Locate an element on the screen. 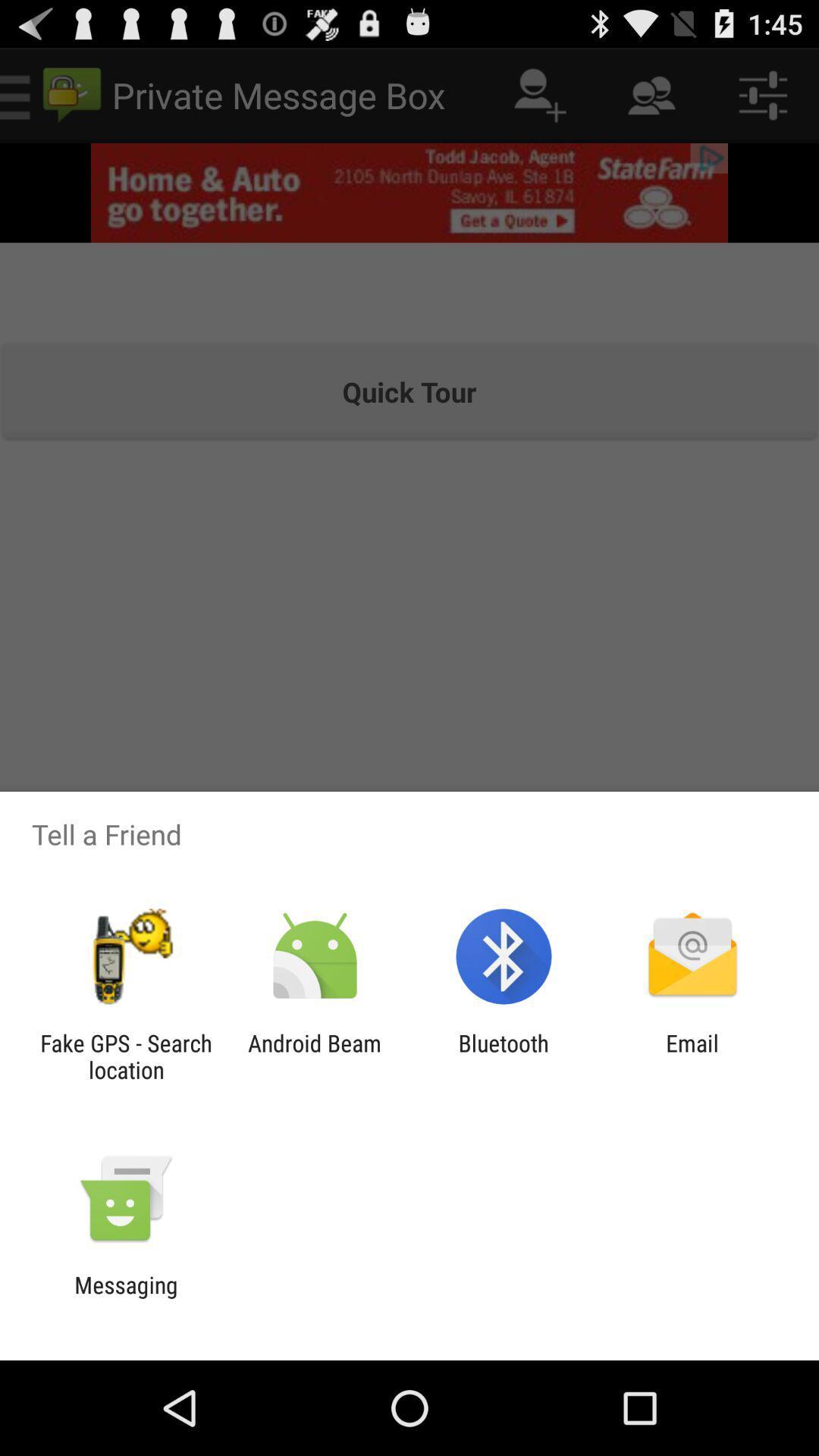 The width and height of the screenshot is (819, 1456). the email icon is located at coordinates (692, 1056).